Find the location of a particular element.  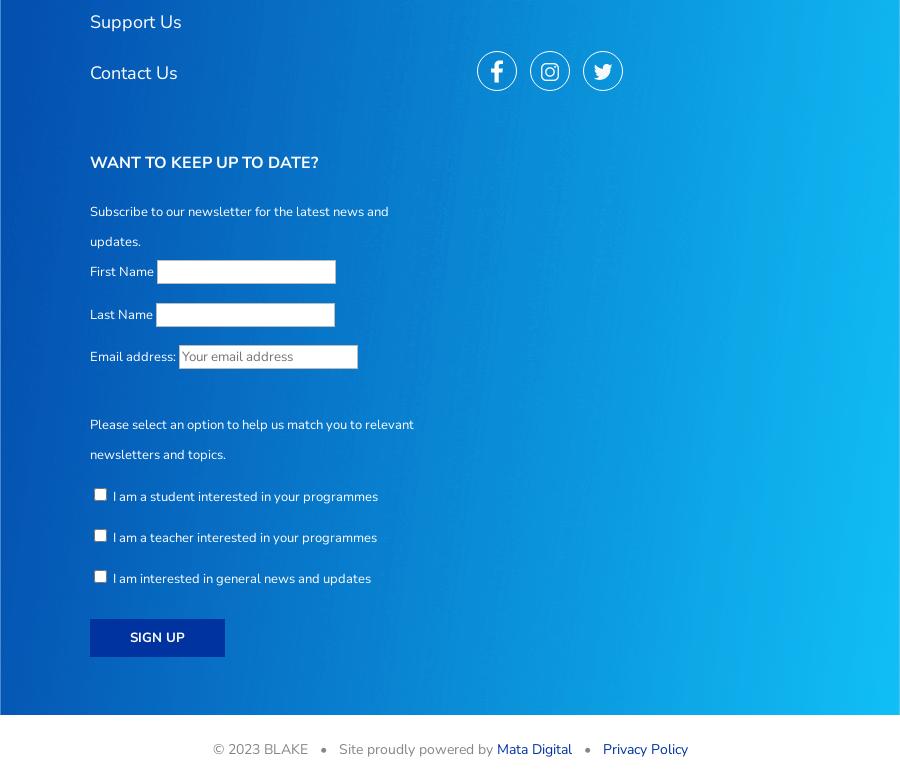

'Want to keep up to date?' is located at coordinates (204, 163).